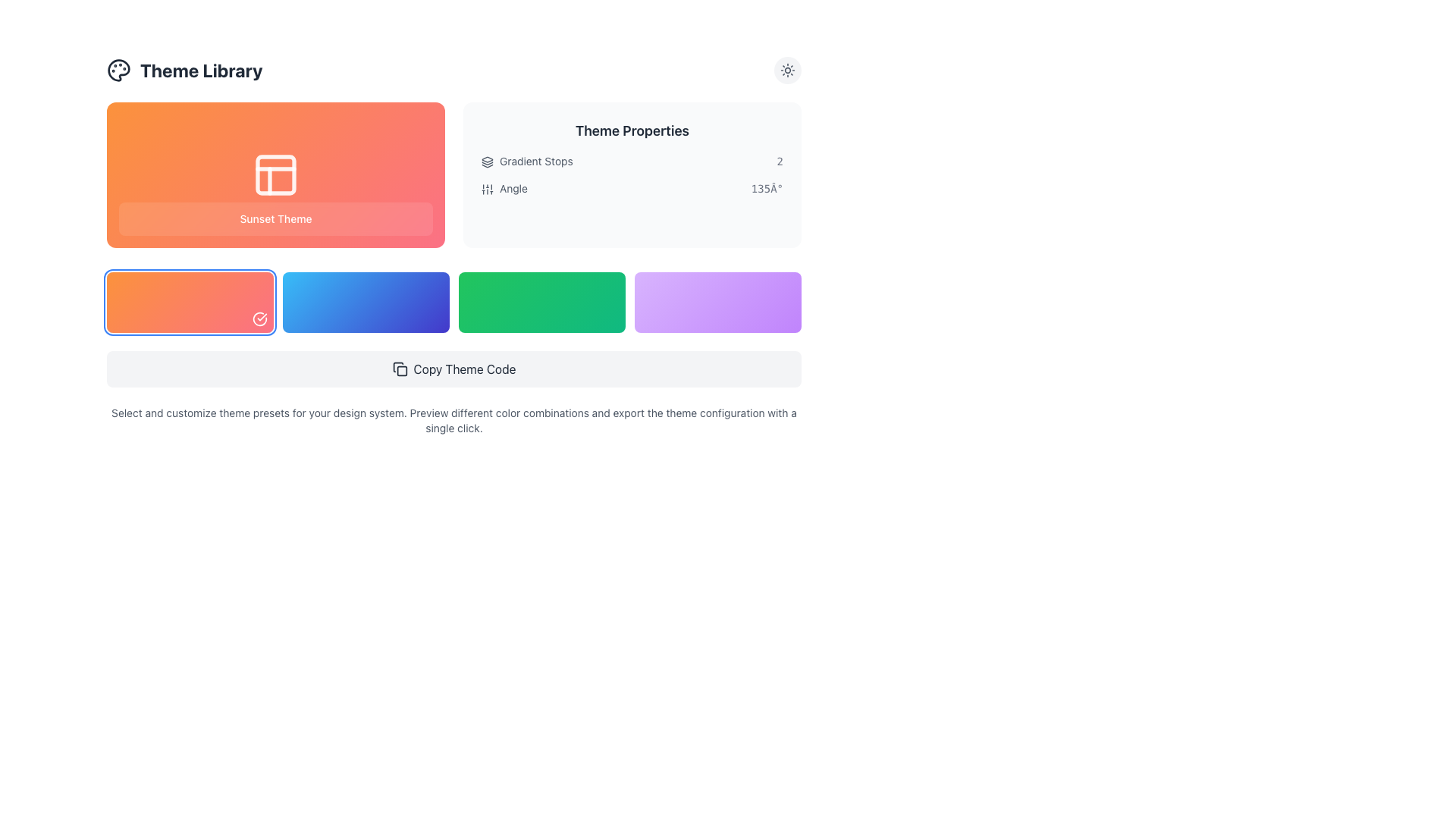 This screenshot has height=819, width=1456. What do you see at coordinates (767, 188) in the screenshot?
I see `the static text displaying '135°' in gray color, located in the second column under the 'Theme Properties' section, adjacent to the 'Angle' label` at bounding box center [767, 188].